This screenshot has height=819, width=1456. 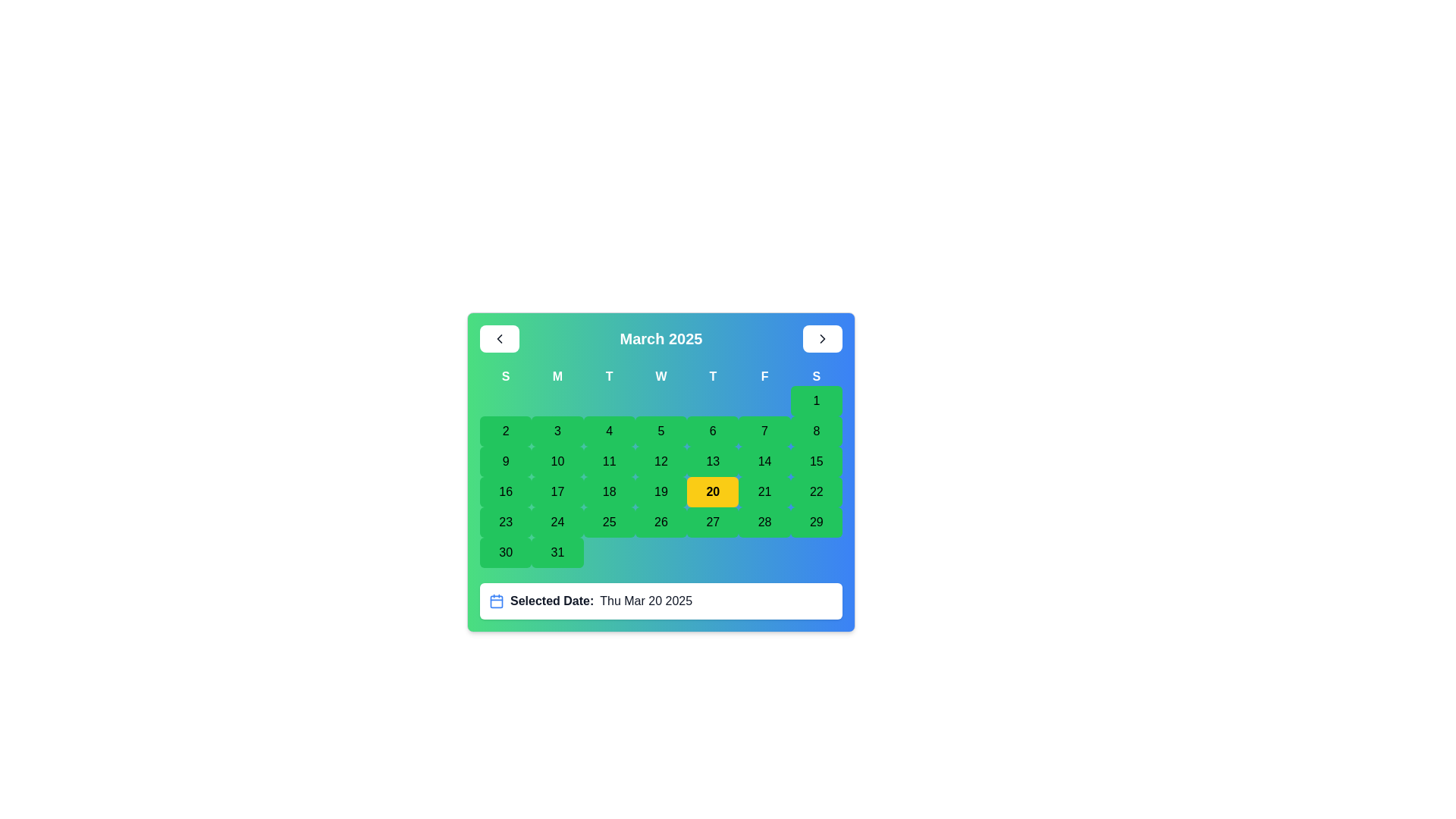 What do you see at coordinates (661, 522) in the screenshot?
I see `the green square button labeled '26'` at bounding box center [661, 522].